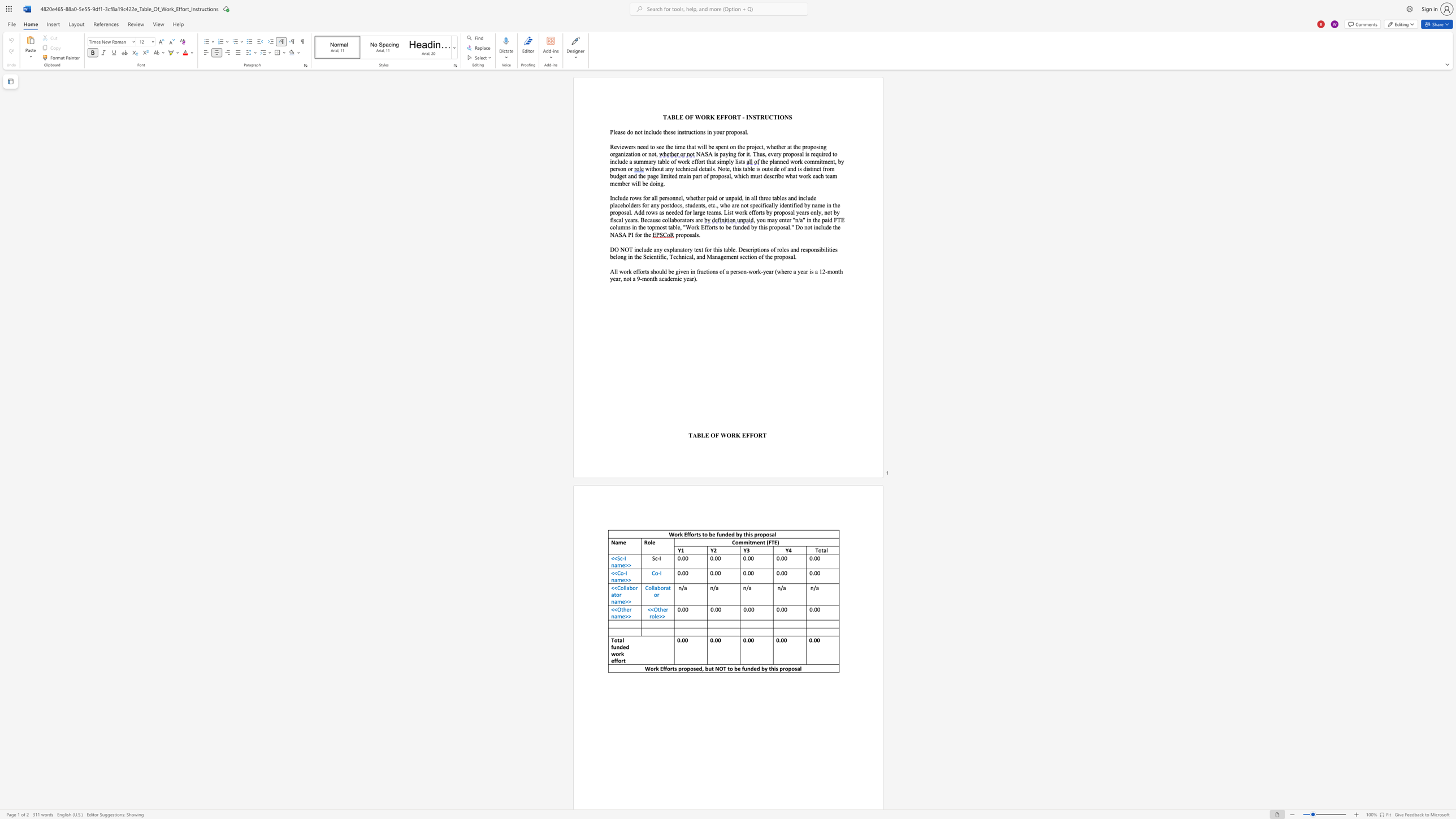 The image size is (1456, 819). Describe the element at coordinates (725, 132) in the screenshot. I see `the subset text "proposal" within the text "Please do not include these instructions in your proposal."` at that location.